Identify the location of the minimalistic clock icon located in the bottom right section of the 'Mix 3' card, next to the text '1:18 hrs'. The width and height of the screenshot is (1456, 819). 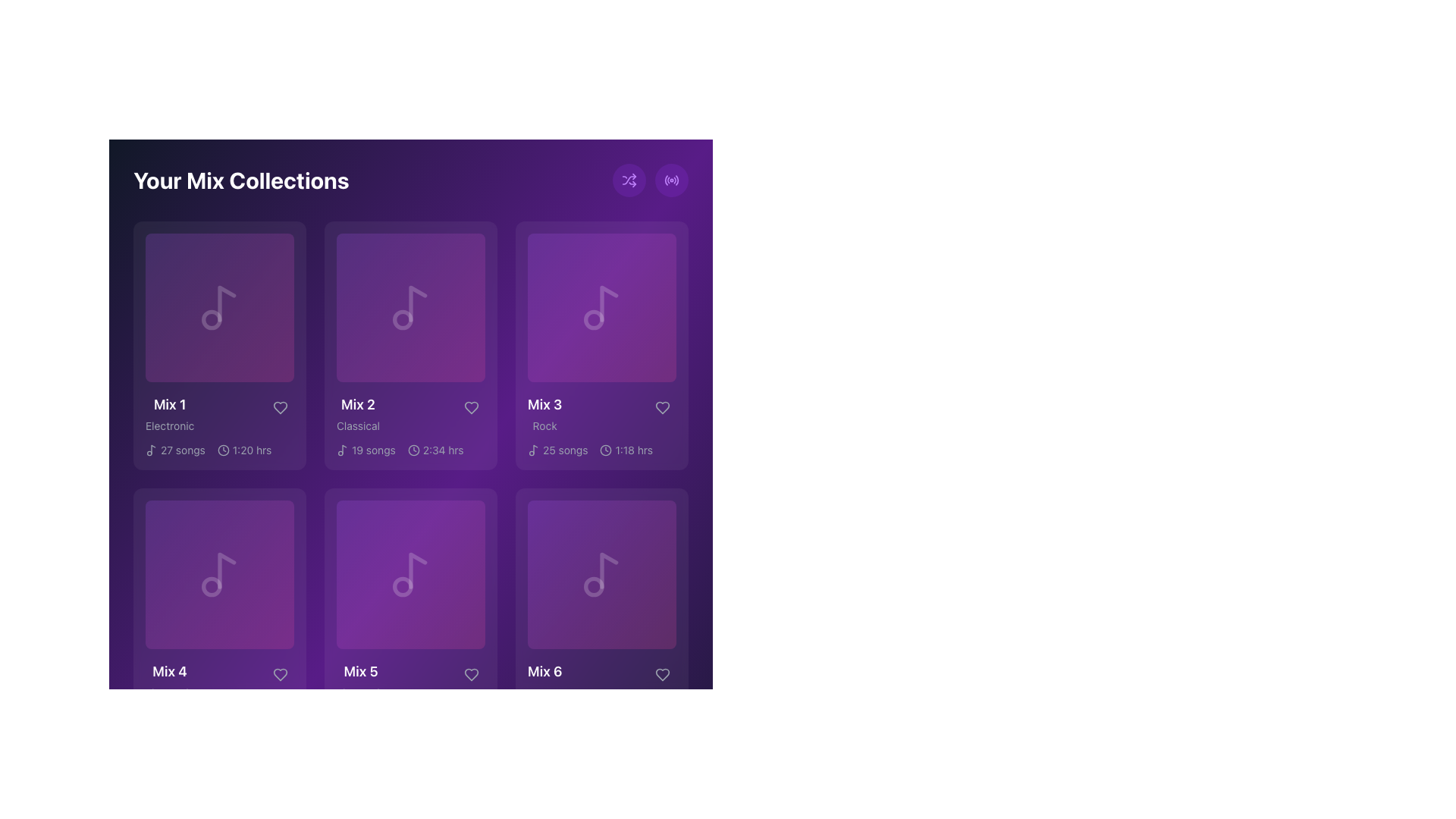
(605, 450).